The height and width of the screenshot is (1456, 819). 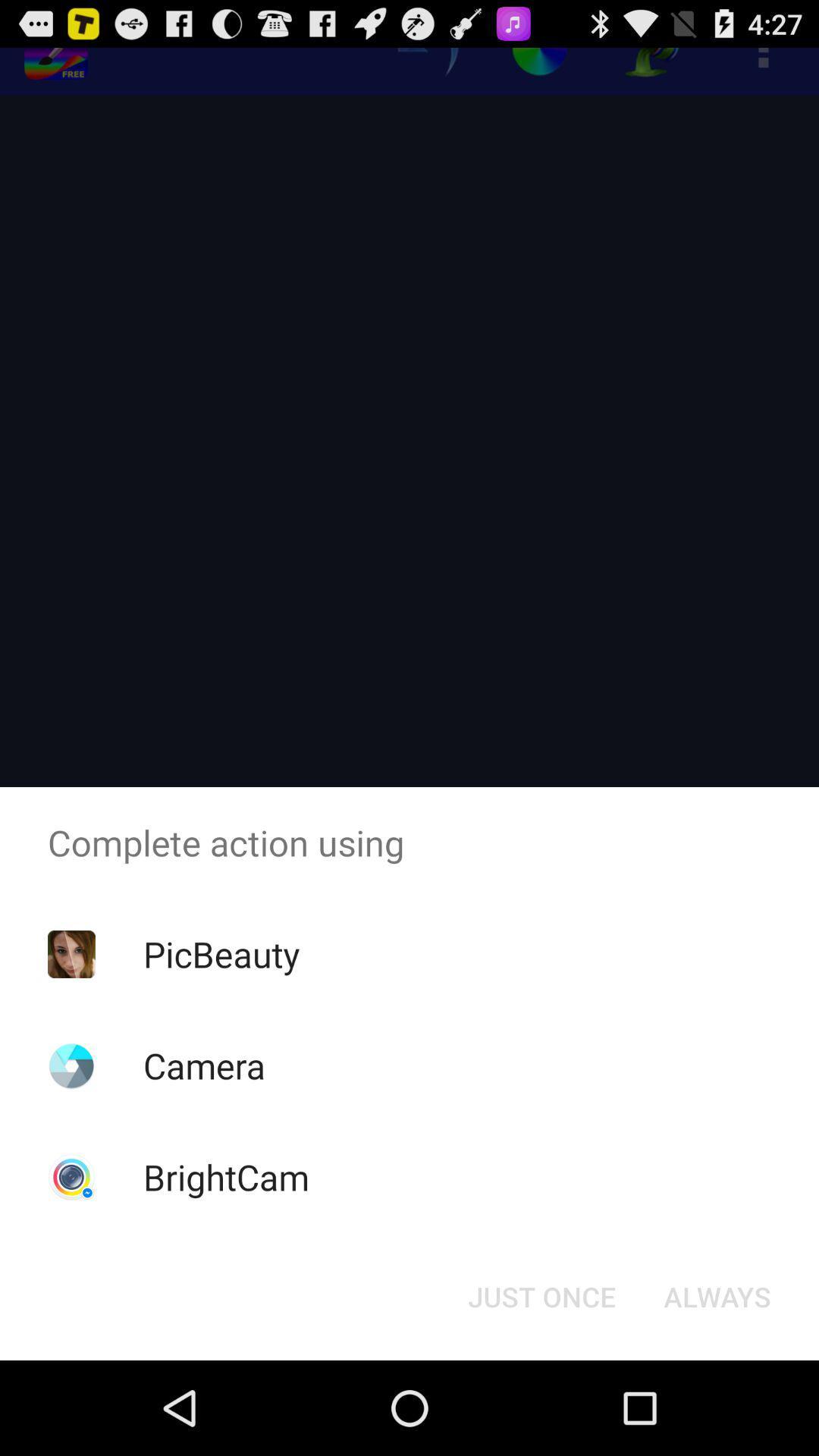 I want to click on the icon below the picbeauty app, so click(x=203, y=1065).